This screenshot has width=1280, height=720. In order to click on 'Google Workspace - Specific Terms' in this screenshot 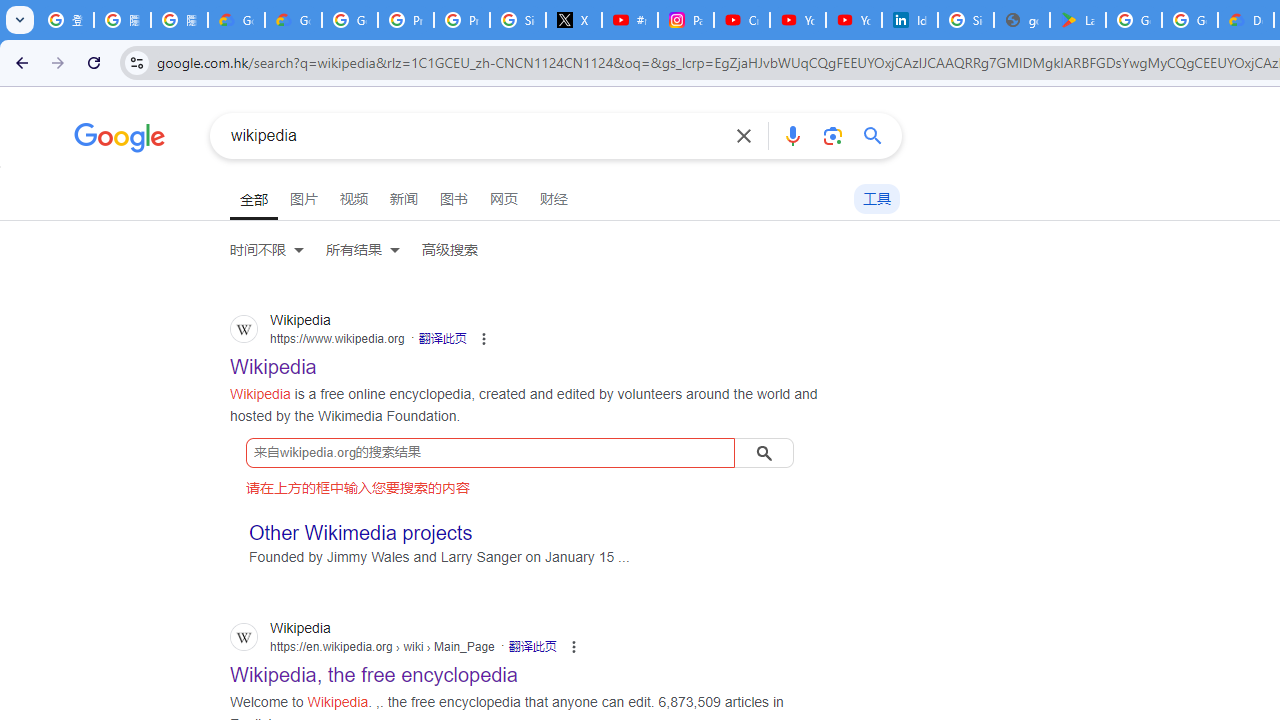, I will do `click(1190, 20)`.